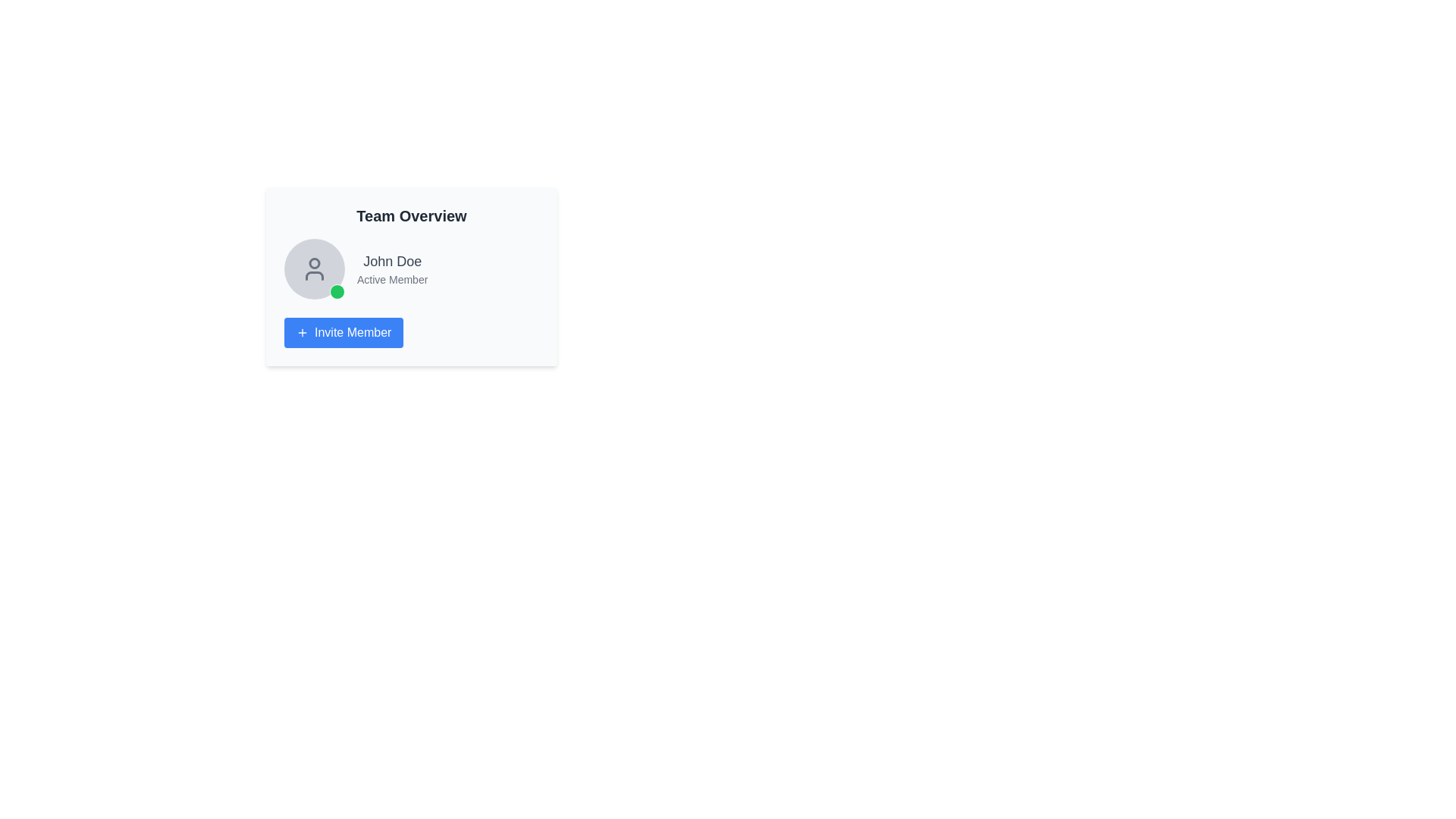 This screenshot has height=819, width=1456. What do you see at coordinates (337, 292) in the screenshot?
I see `the status indicator badge located at the bottom-right corner of the circular avatar image within the profile card section` at bounding box center [337, 292].